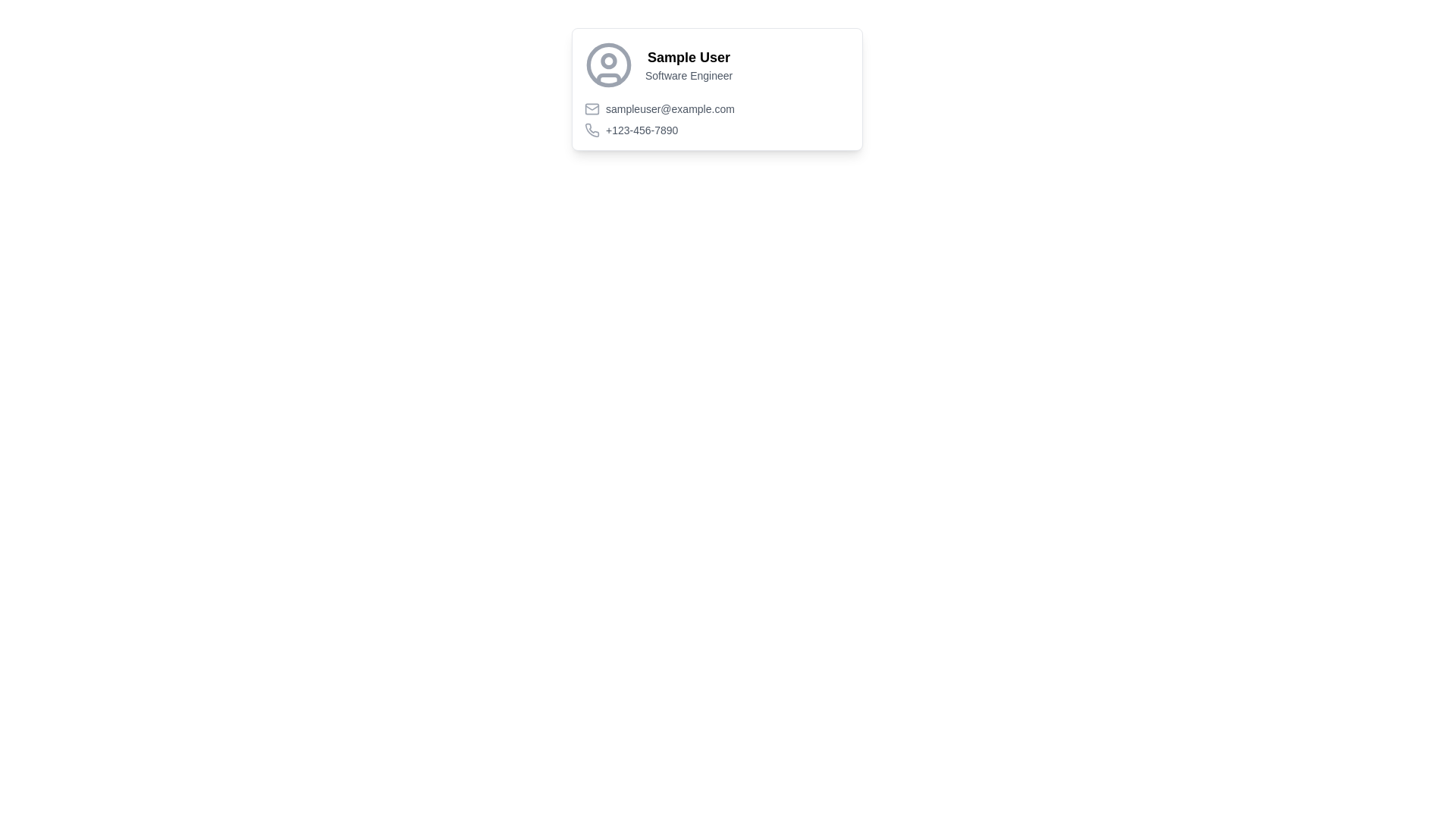 Image resolution: width=1456 pixels, height=819 pixels. I want to click on the text label displaying the phone number '+123-456-7890' located at the bottom-left section of the user profile card, next to the phone icon, so click(642, 130).